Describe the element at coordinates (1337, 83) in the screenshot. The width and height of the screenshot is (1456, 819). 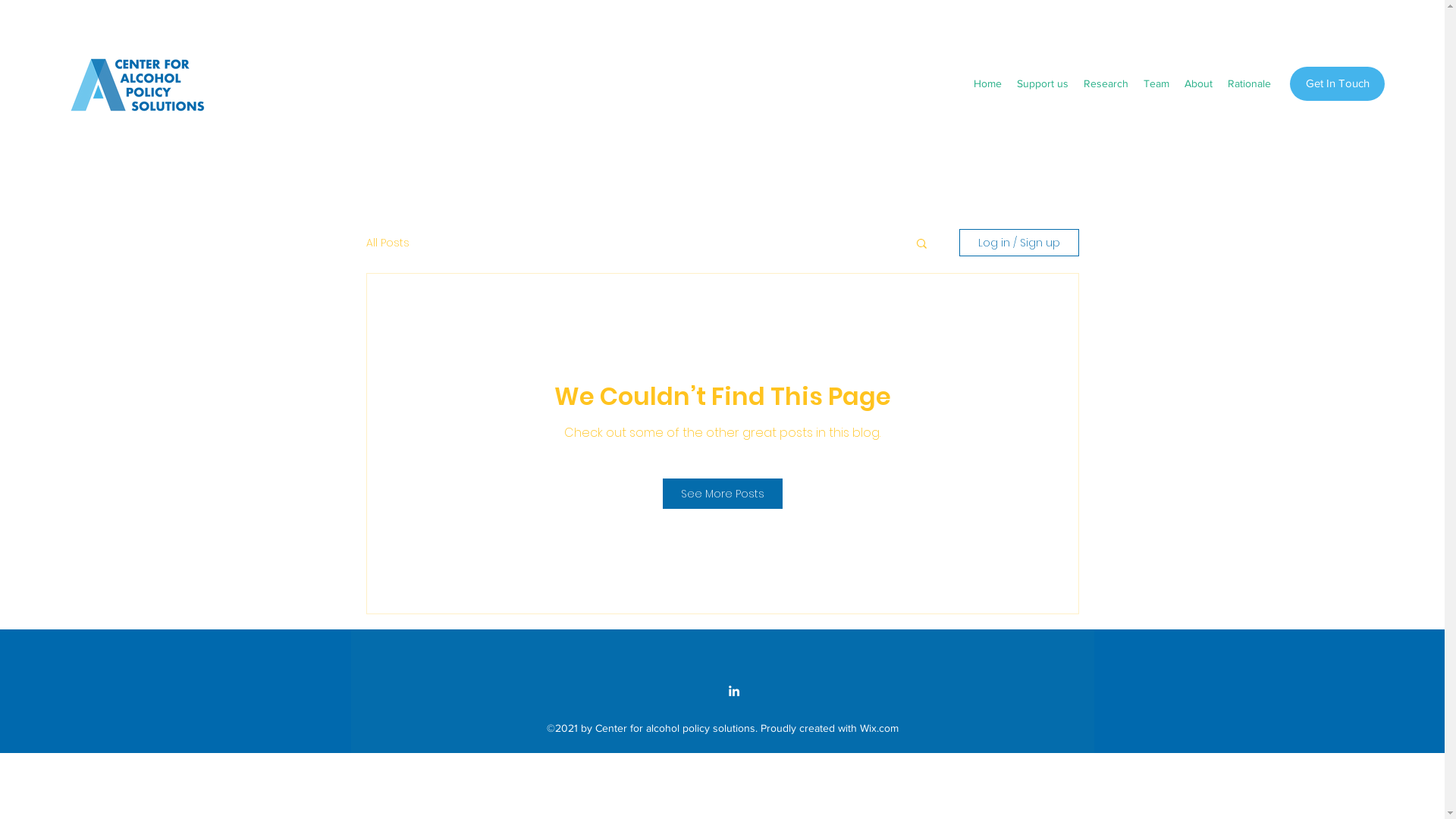
I see `'Get In Touch'` at that location.